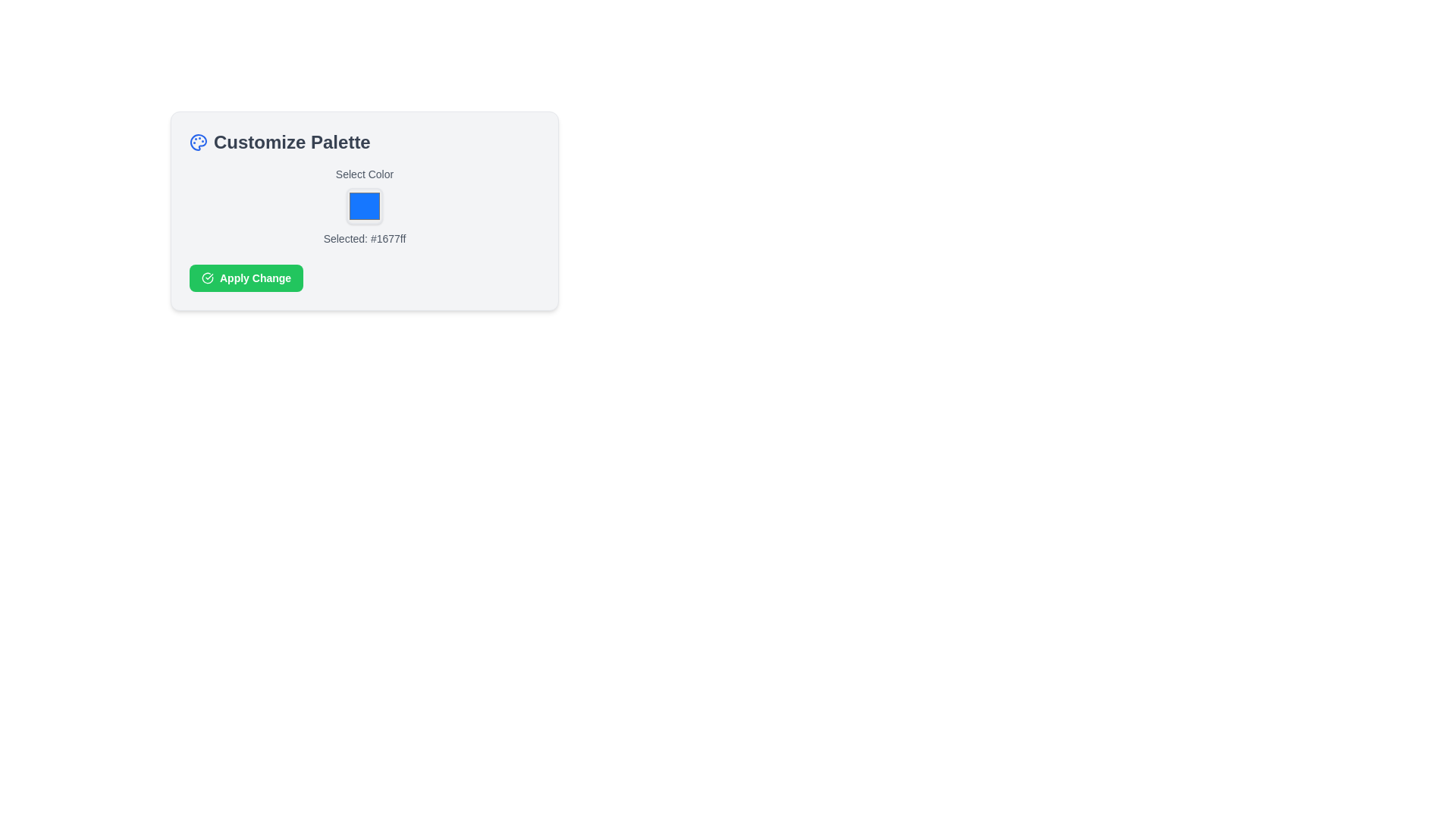 The image size is (1456, 819). What do you see at coordinates (364, 174) in the screenshot?
I see `the 'Select Color' label, which is displayed in gray and indicates the color selection functionality` at bounding box center [364, 174].